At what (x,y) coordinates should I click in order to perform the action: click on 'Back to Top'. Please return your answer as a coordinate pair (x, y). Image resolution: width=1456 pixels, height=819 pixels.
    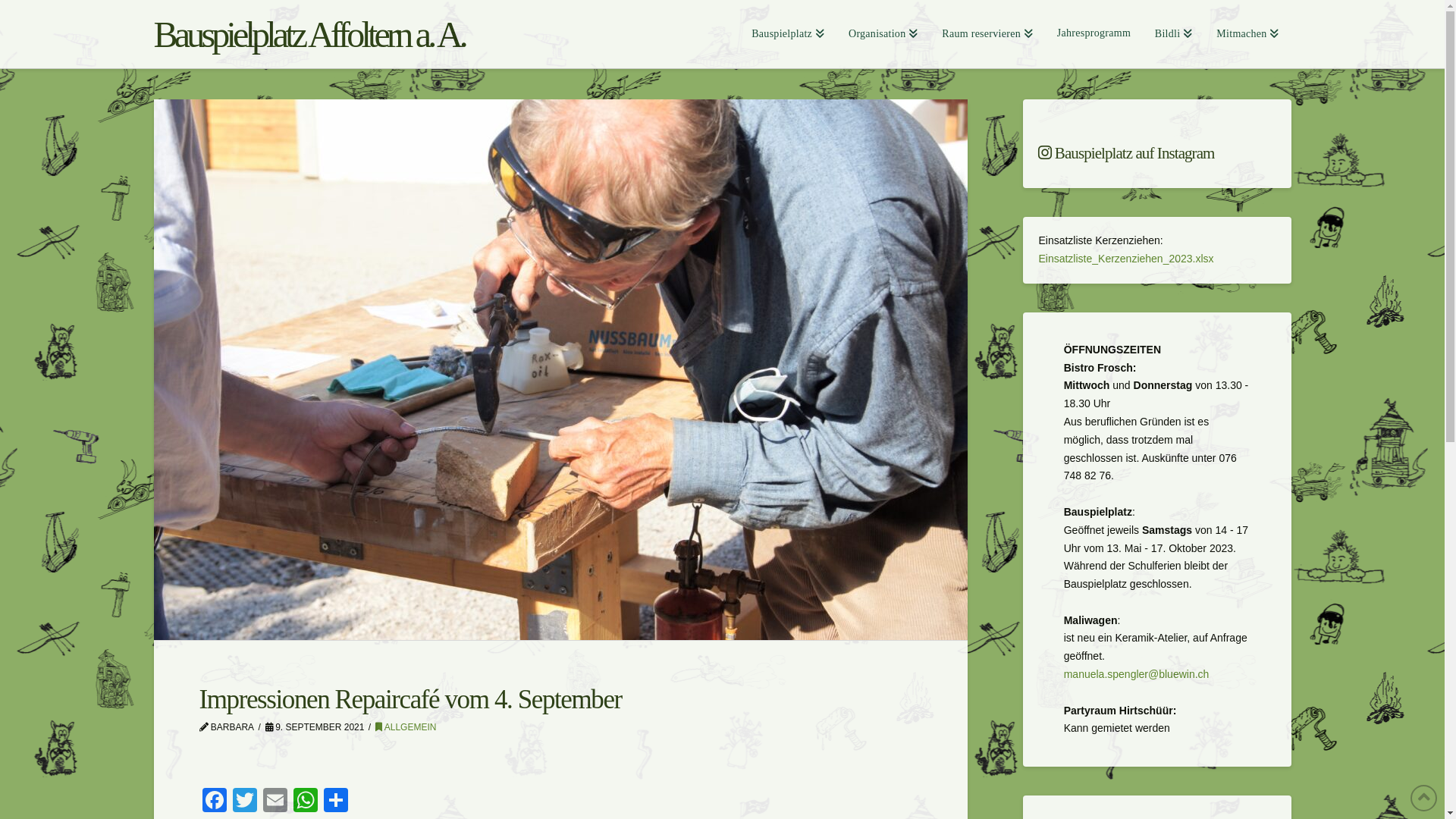
    Looking at the image, I should click on (1423, 797).